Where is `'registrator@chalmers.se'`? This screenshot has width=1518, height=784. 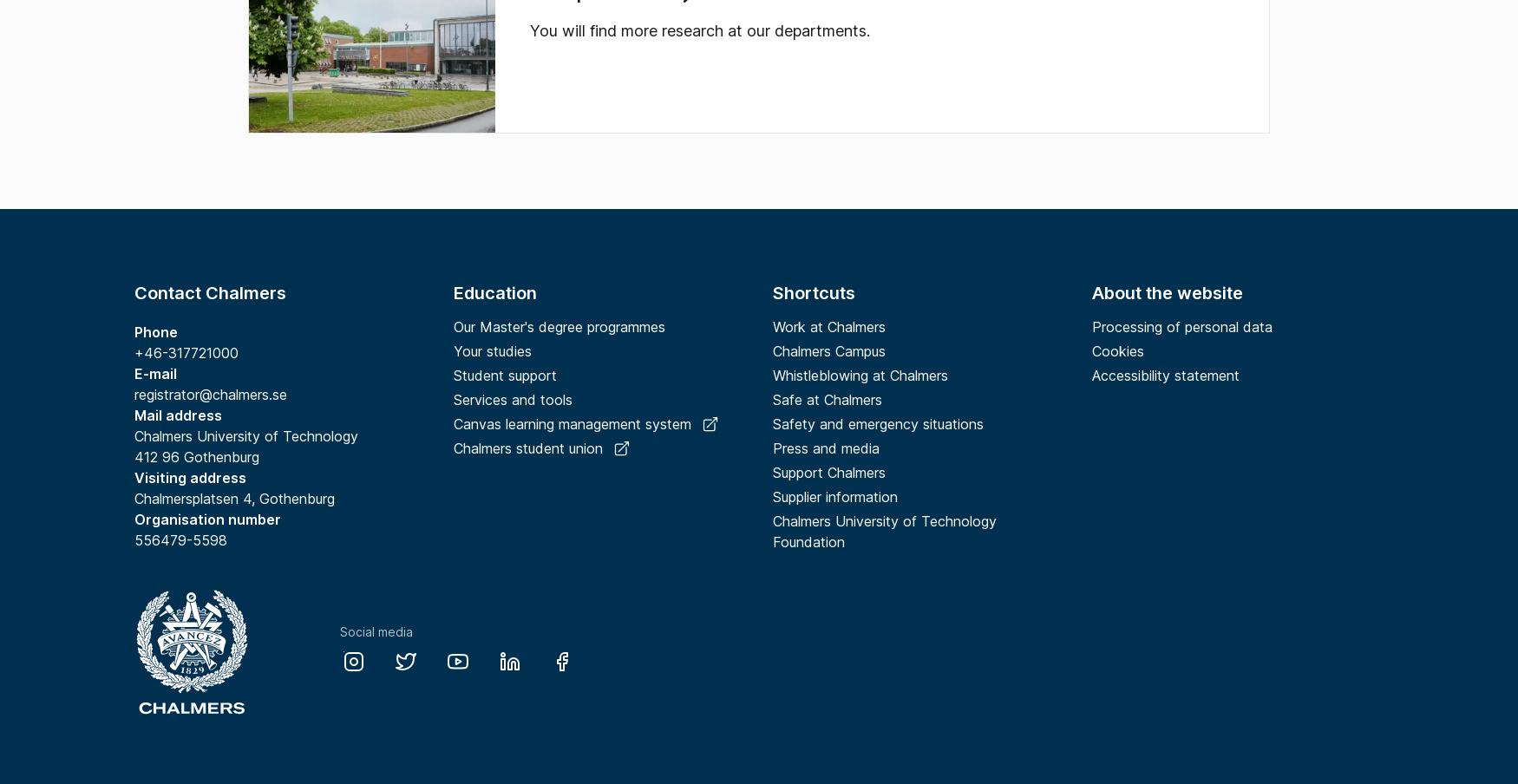
'registrator@chalmers.se' is located at coordinates (134, 393).